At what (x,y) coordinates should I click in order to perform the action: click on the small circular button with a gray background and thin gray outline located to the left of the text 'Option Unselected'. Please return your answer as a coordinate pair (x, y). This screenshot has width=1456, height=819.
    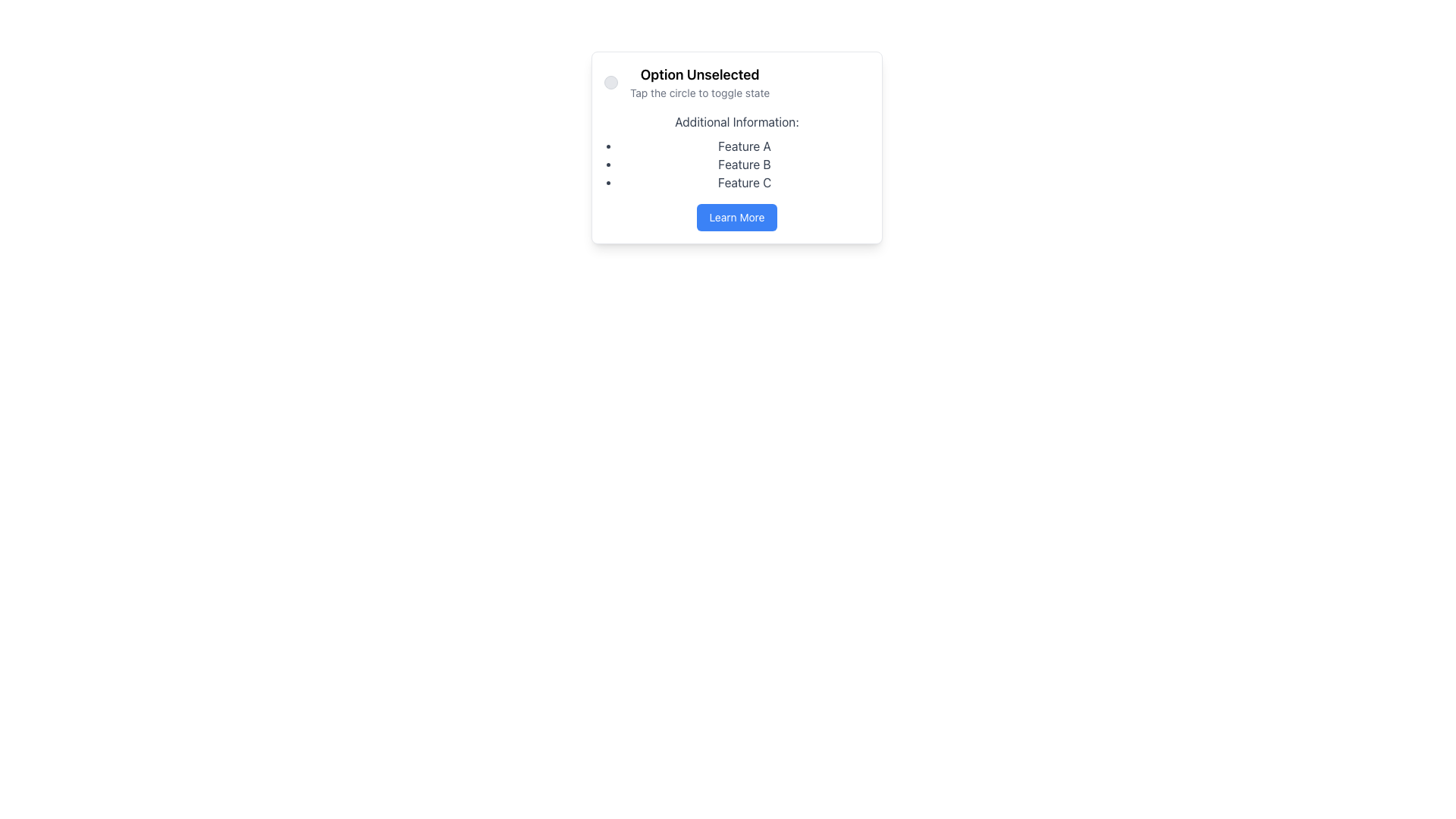
    Looking at the image, I should click on (611, 82).